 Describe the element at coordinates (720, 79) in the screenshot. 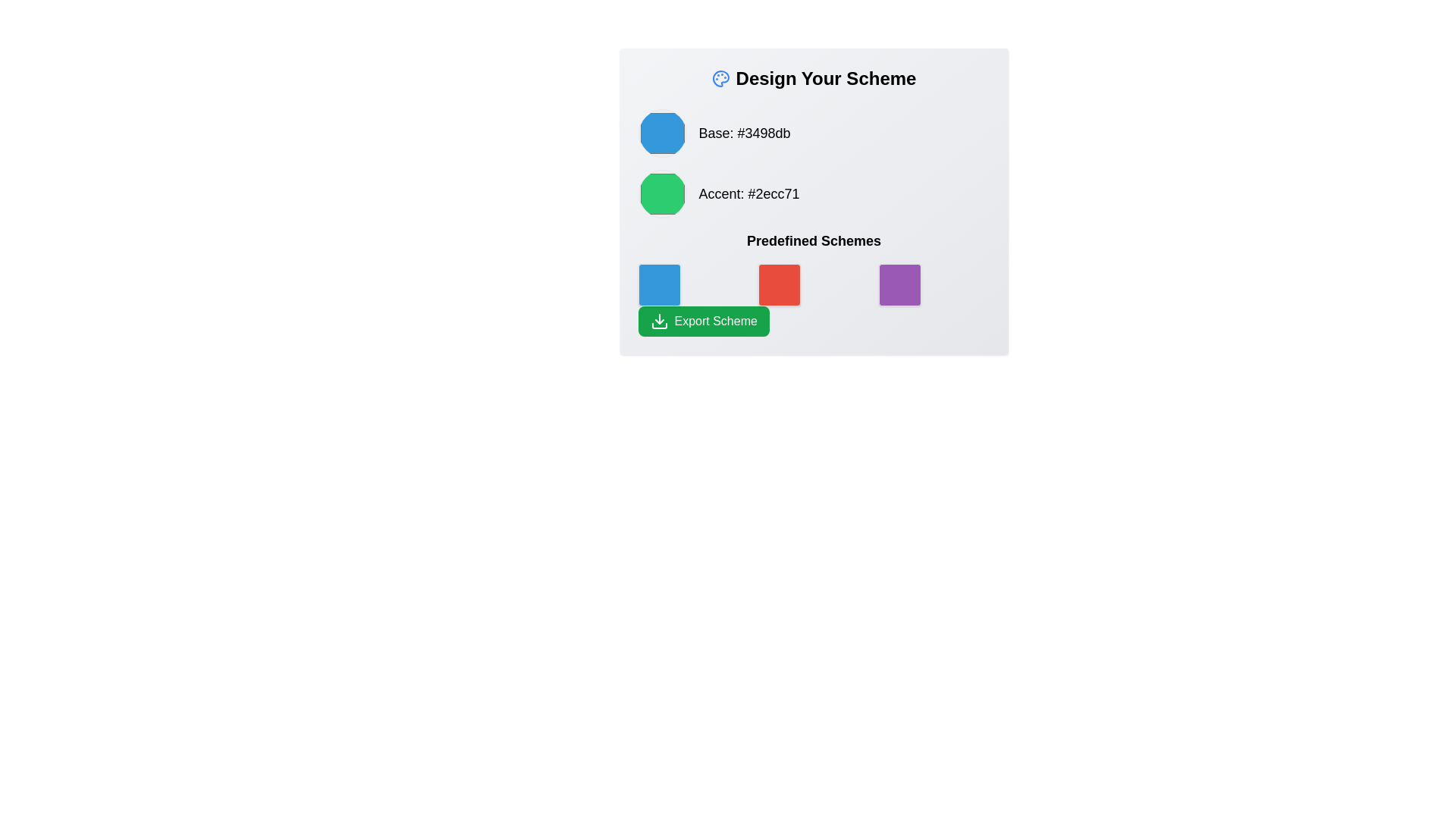

I see `the blue-colored palette icon with paint droplets, located to the left of the 'Design Your Scheme' header` at that location.